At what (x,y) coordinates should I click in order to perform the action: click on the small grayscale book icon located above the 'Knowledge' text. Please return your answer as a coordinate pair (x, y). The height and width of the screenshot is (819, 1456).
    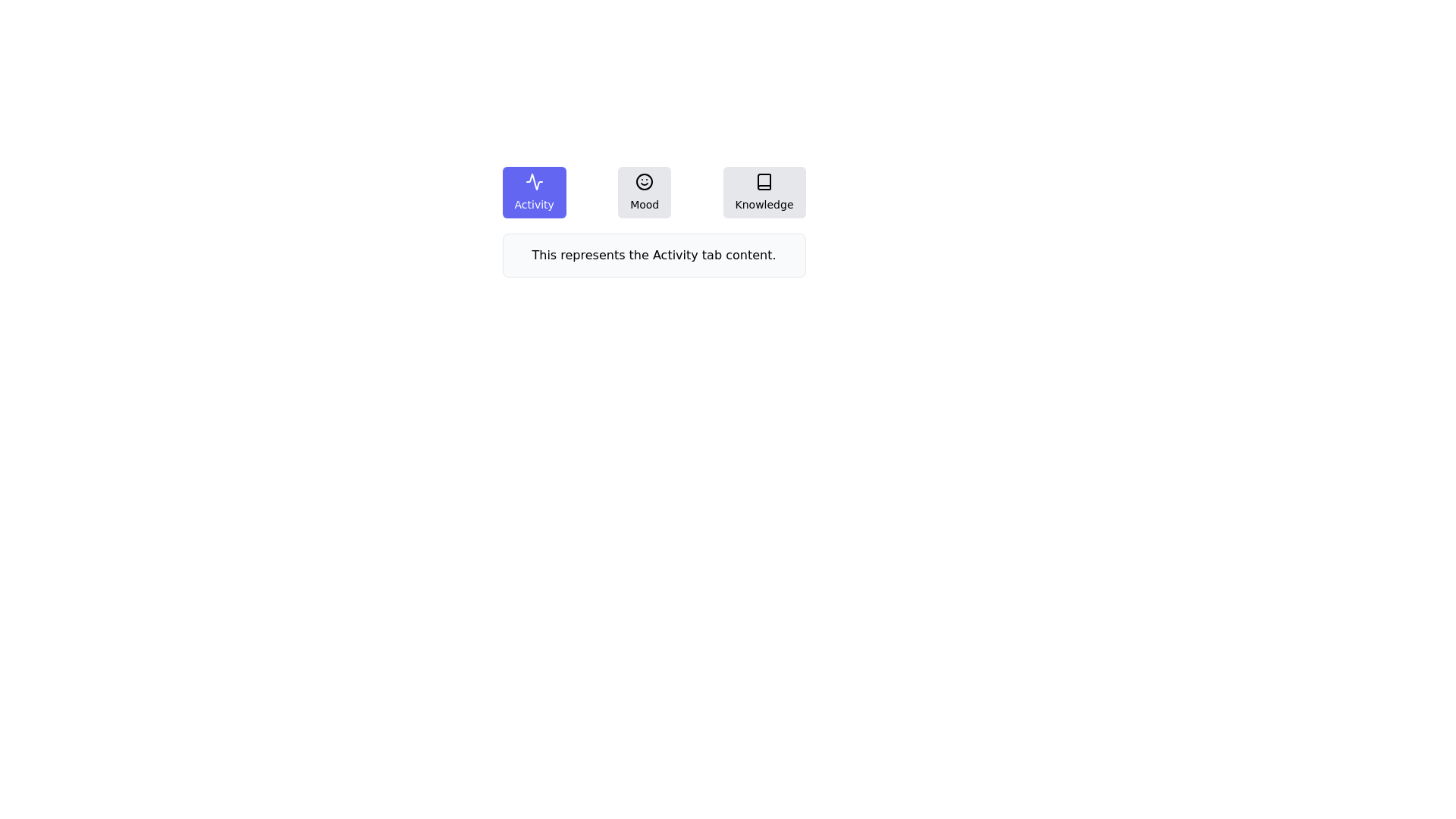
    Looking at the image, I should click on (764, 180).